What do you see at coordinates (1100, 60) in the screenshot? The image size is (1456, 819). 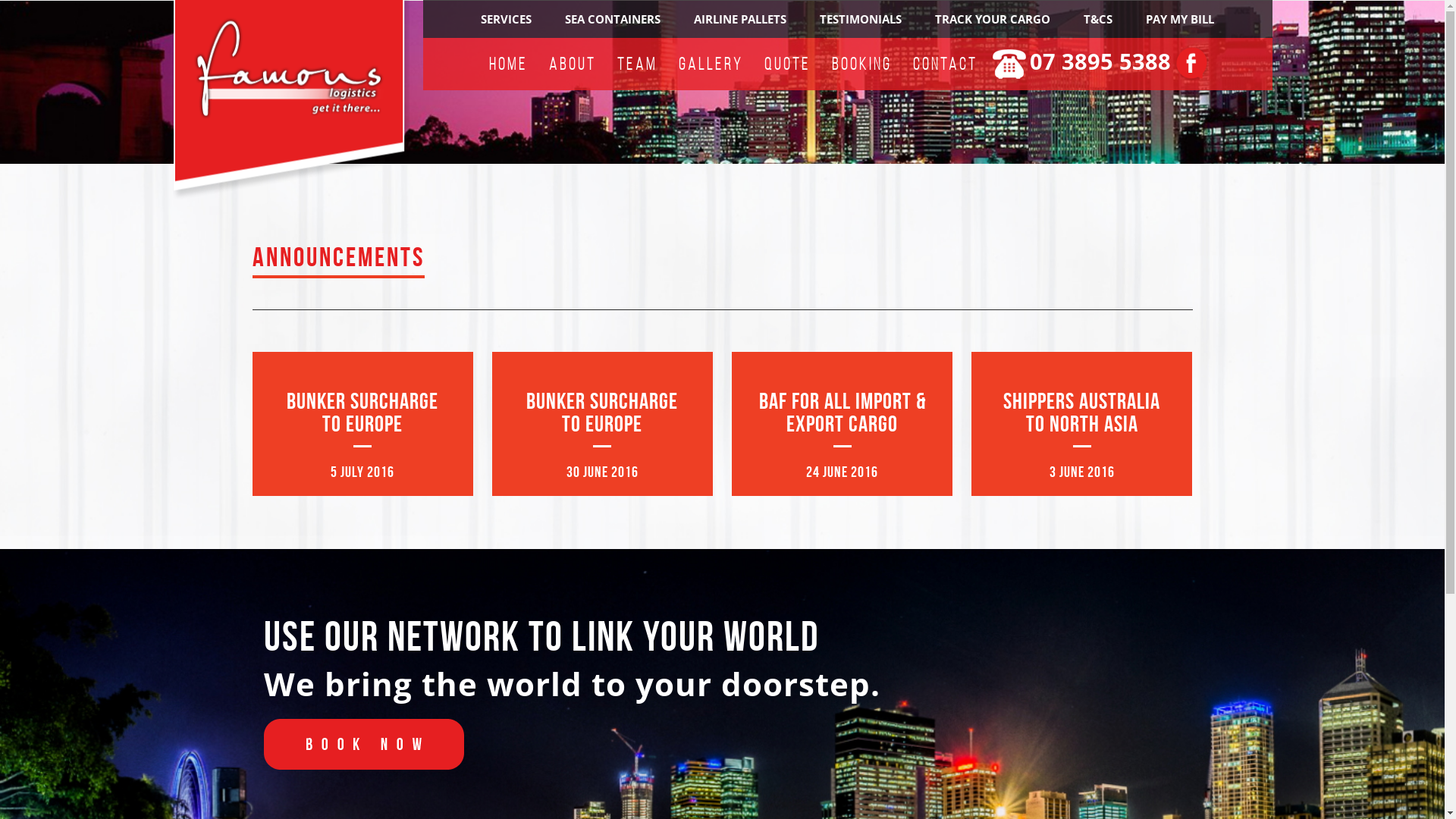 I see `'07 3895 5388'` at bounding box center [1100, 60].